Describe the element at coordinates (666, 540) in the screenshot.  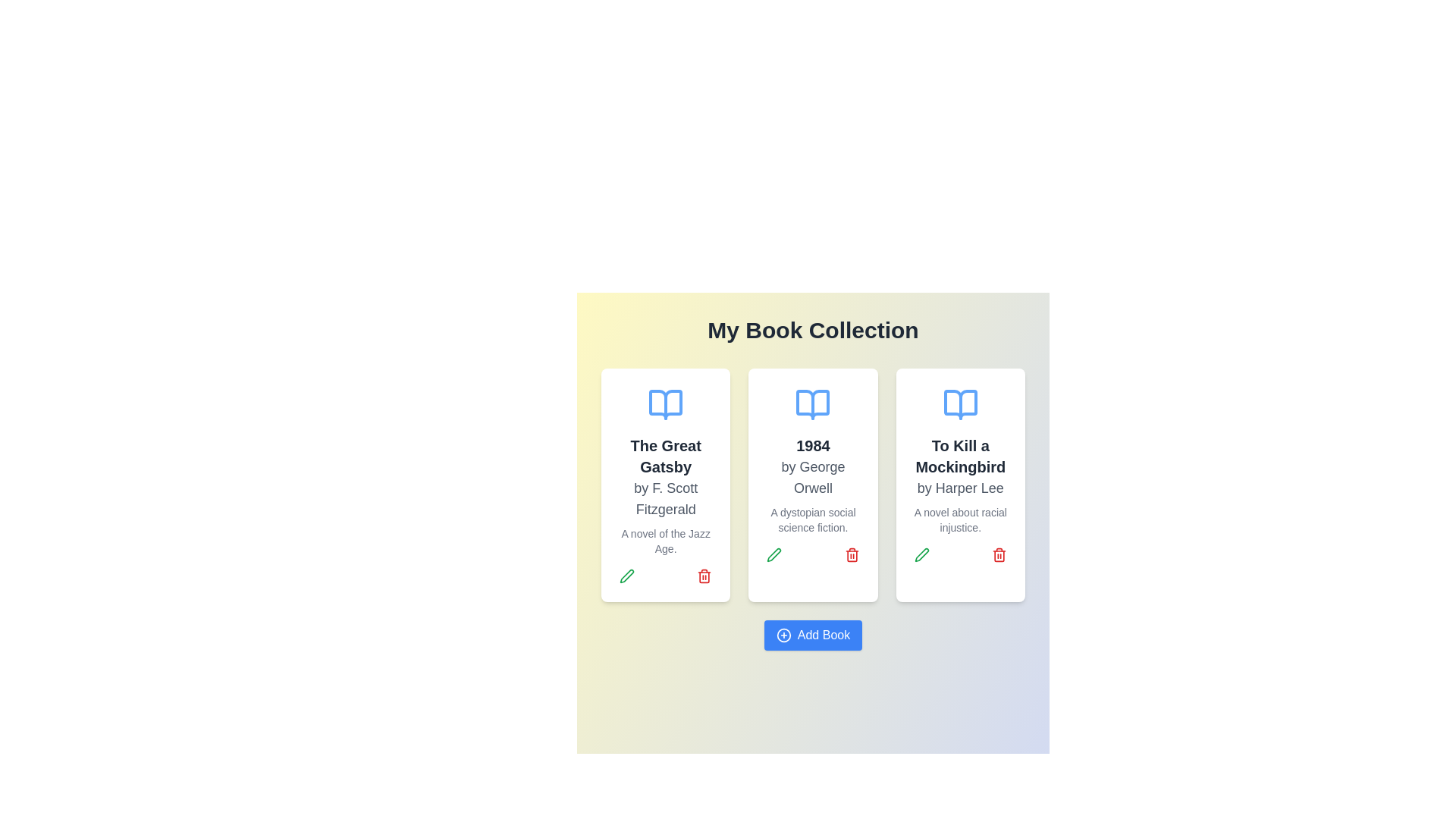
I see `the textual label that displays 'A novel of the Jazz Age.' located below the text 'by F. Scott Fitzgerald' in the leftmost card of a card group` at that location.